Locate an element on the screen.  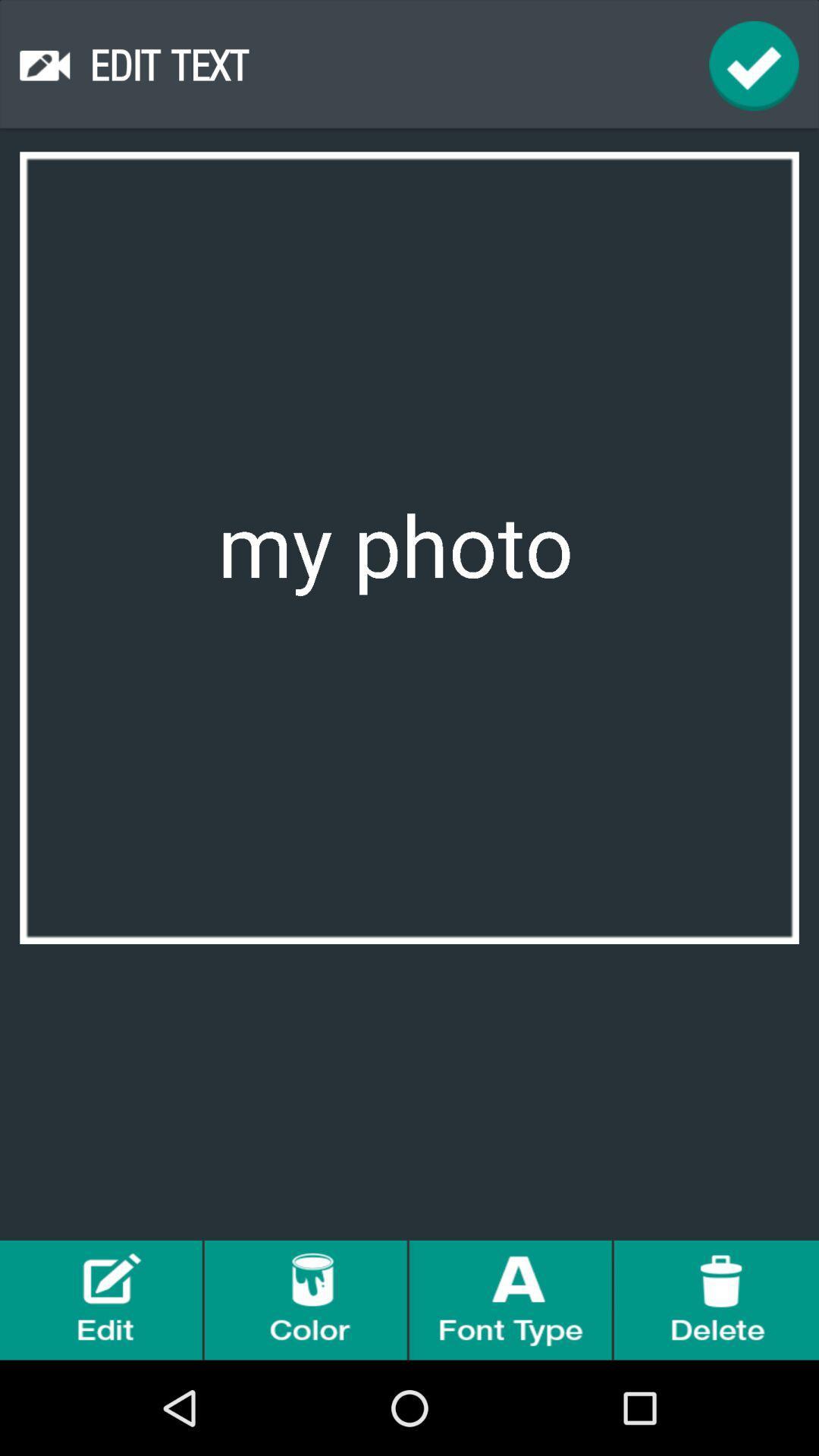
confirm and go head is located at coordinates (754, 64).